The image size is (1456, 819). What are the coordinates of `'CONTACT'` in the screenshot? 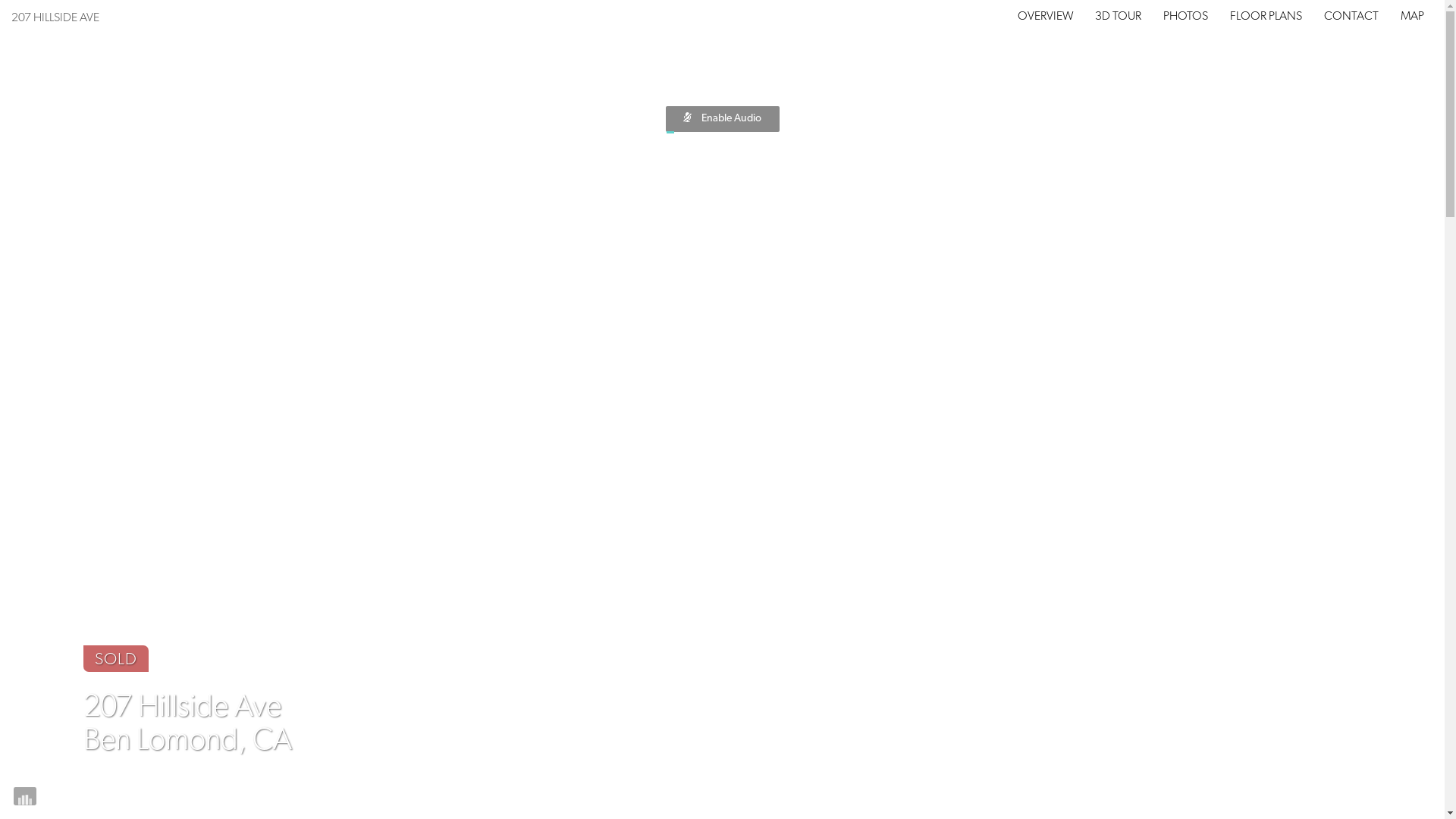 It's located at (1351, 17).